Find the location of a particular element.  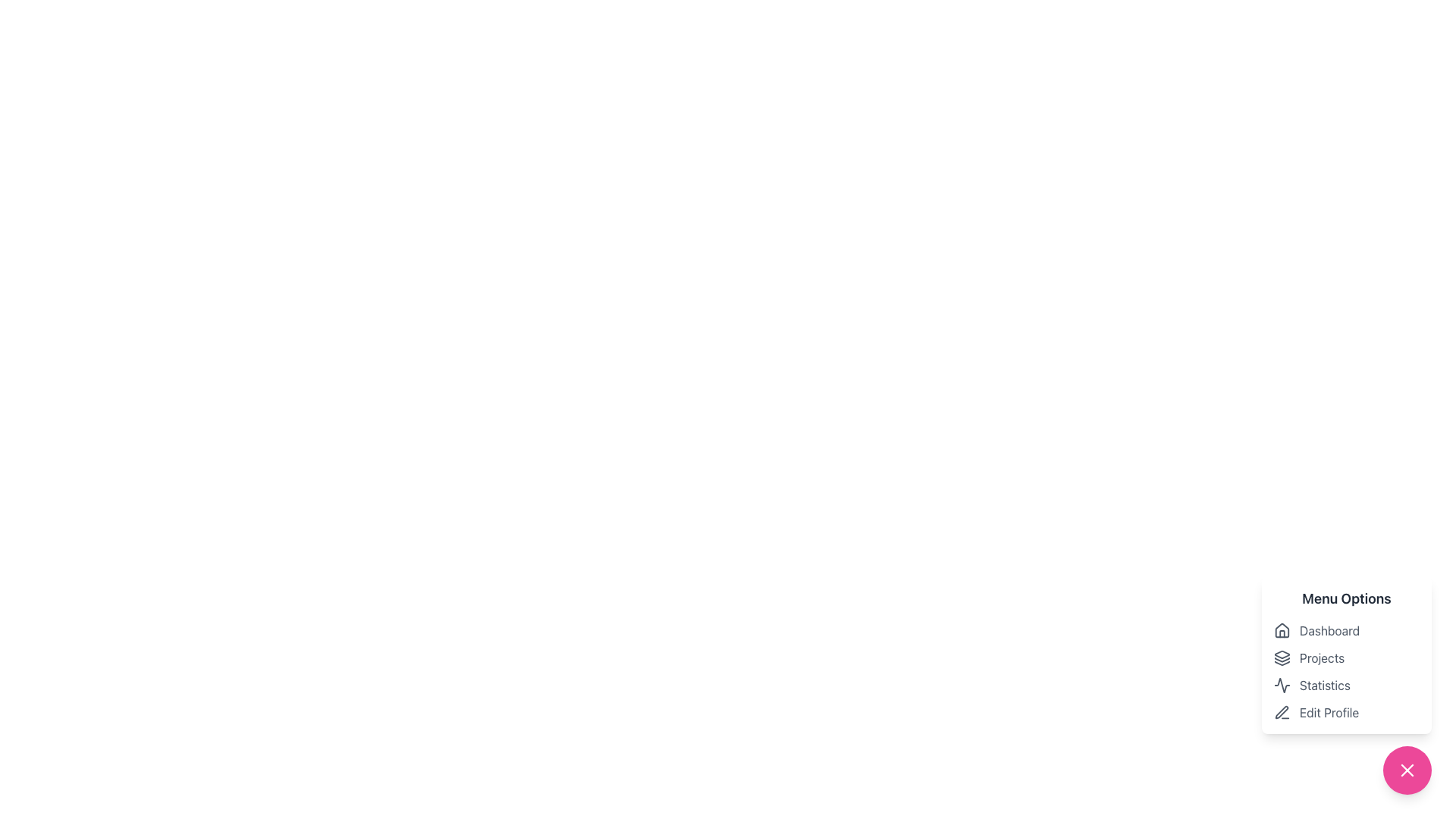

the 'Projects' menu item located in the bottom-right menu options is located at coordinates (1347, 671).